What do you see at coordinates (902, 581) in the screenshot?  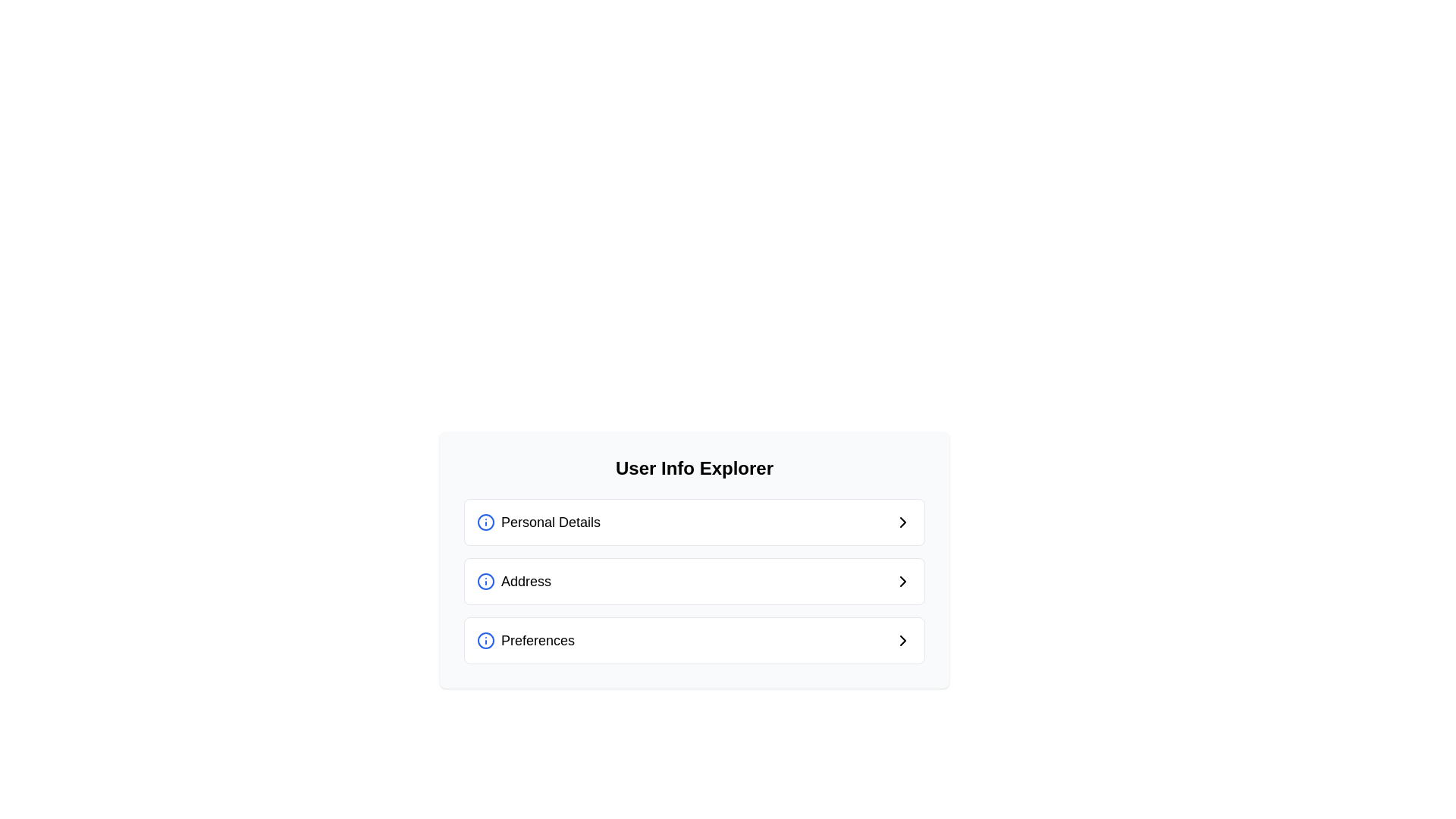 I see `the Chevron Icon located at the far right of the 'Address' row` at bounding box center [902, 581].